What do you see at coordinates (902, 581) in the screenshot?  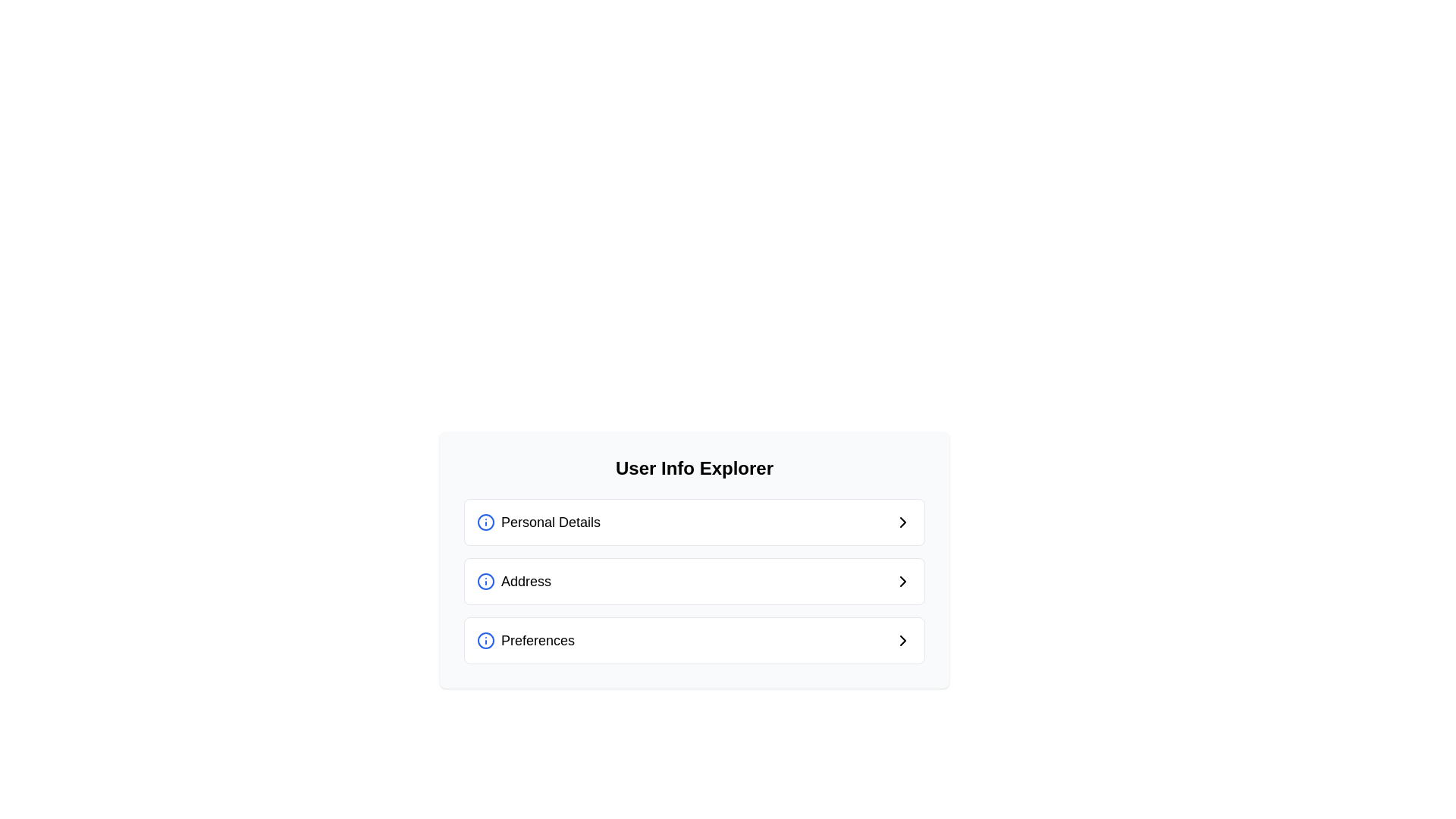 I see `the Chevron Icon located at the far right of the 'Address' row` at bounding box center [902, 581].